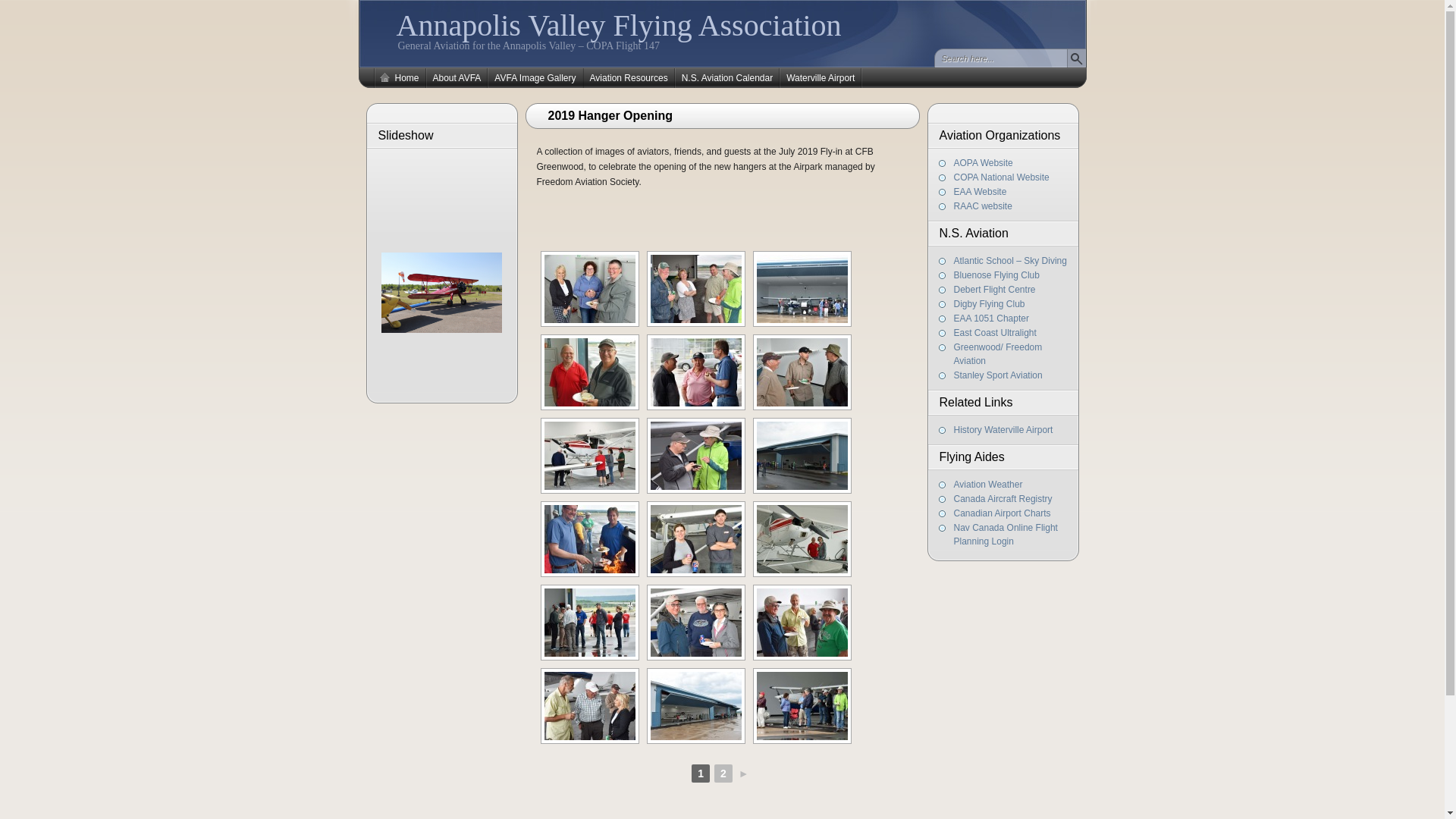  I want to click on 'Find', so click(1075, 57).